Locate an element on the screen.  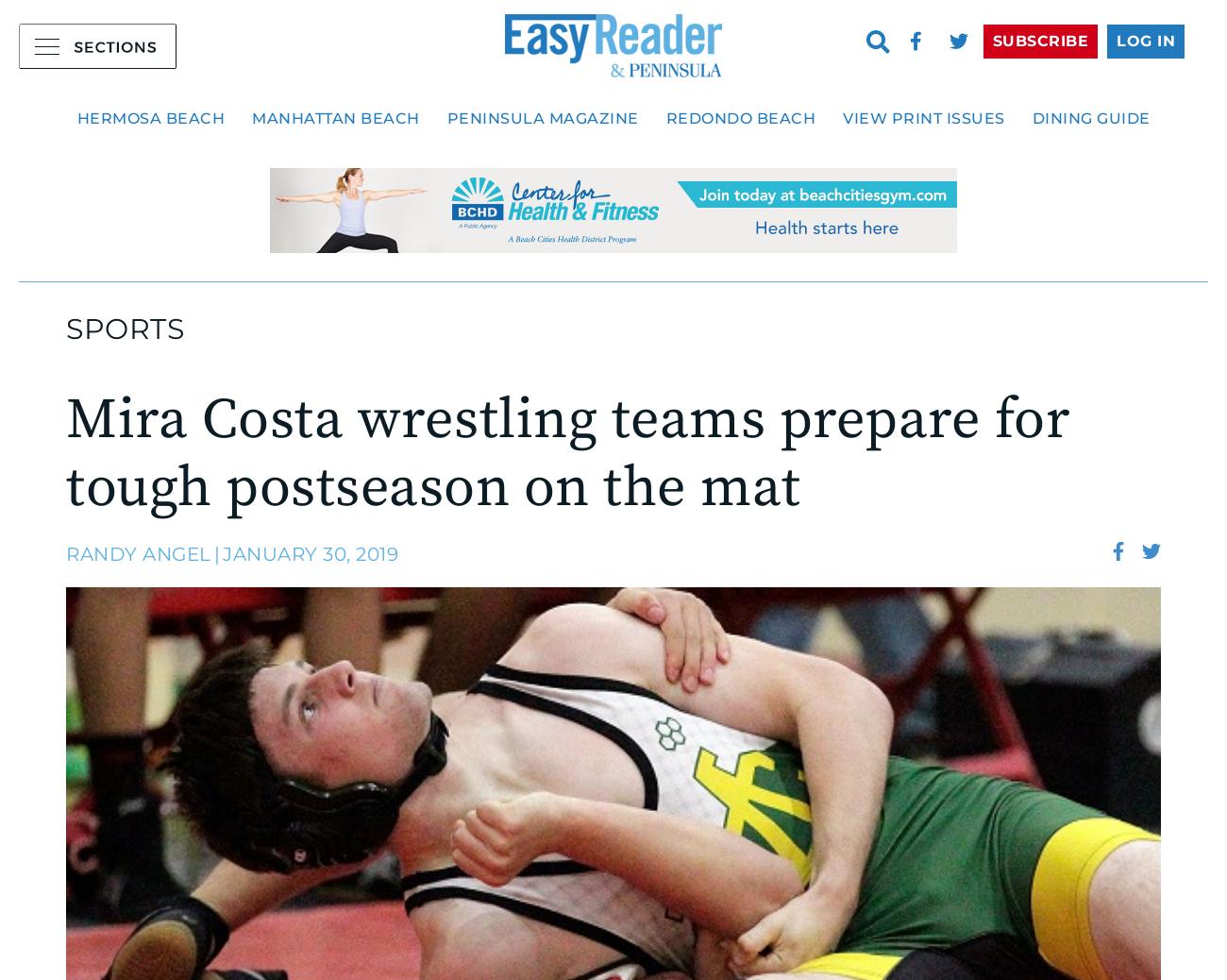
'January 30, 2019' is located at coordinates (221, 551).